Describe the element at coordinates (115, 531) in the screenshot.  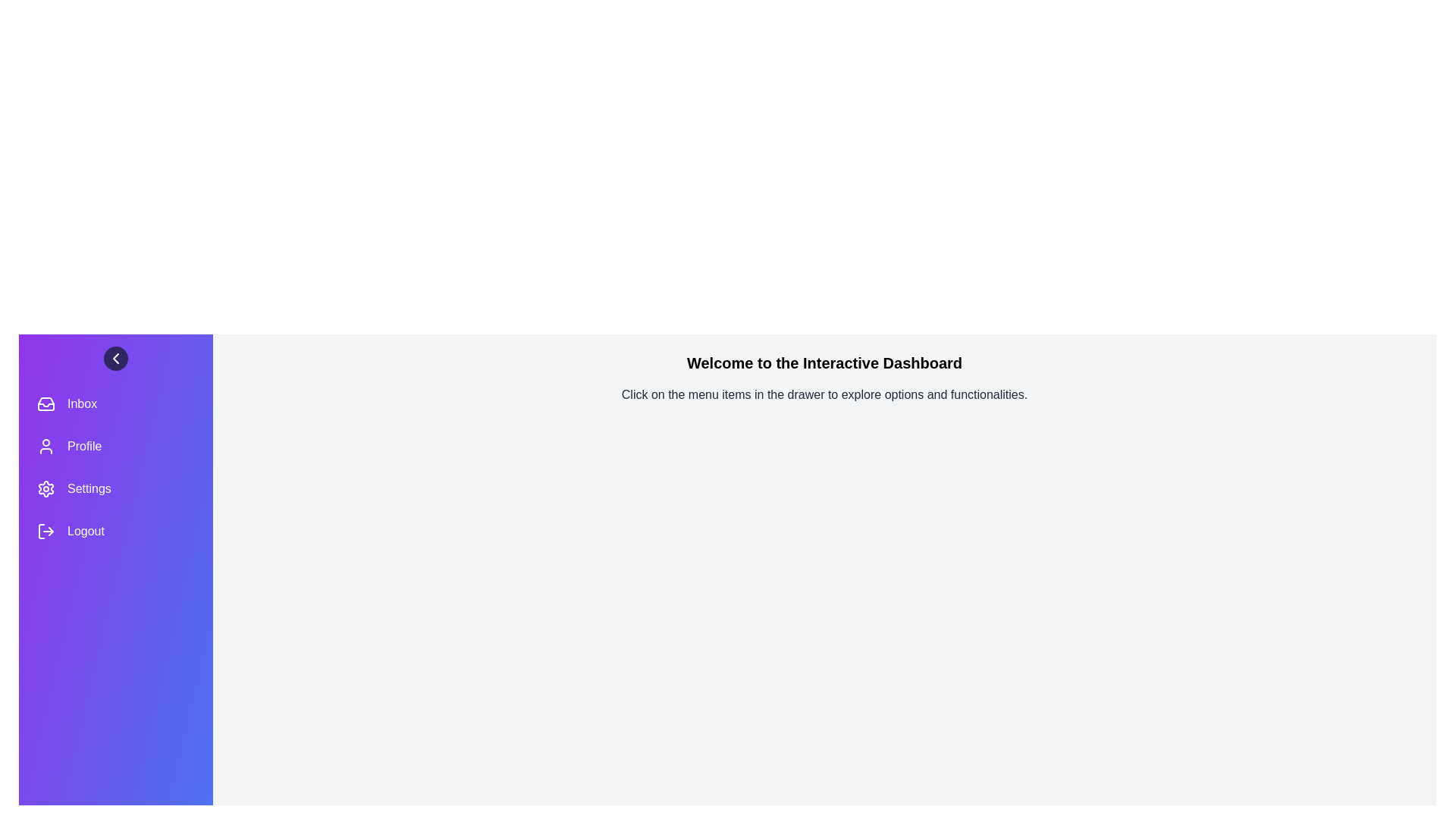
I see `the menu item labeled Logout to trigger its associated action` at that location.